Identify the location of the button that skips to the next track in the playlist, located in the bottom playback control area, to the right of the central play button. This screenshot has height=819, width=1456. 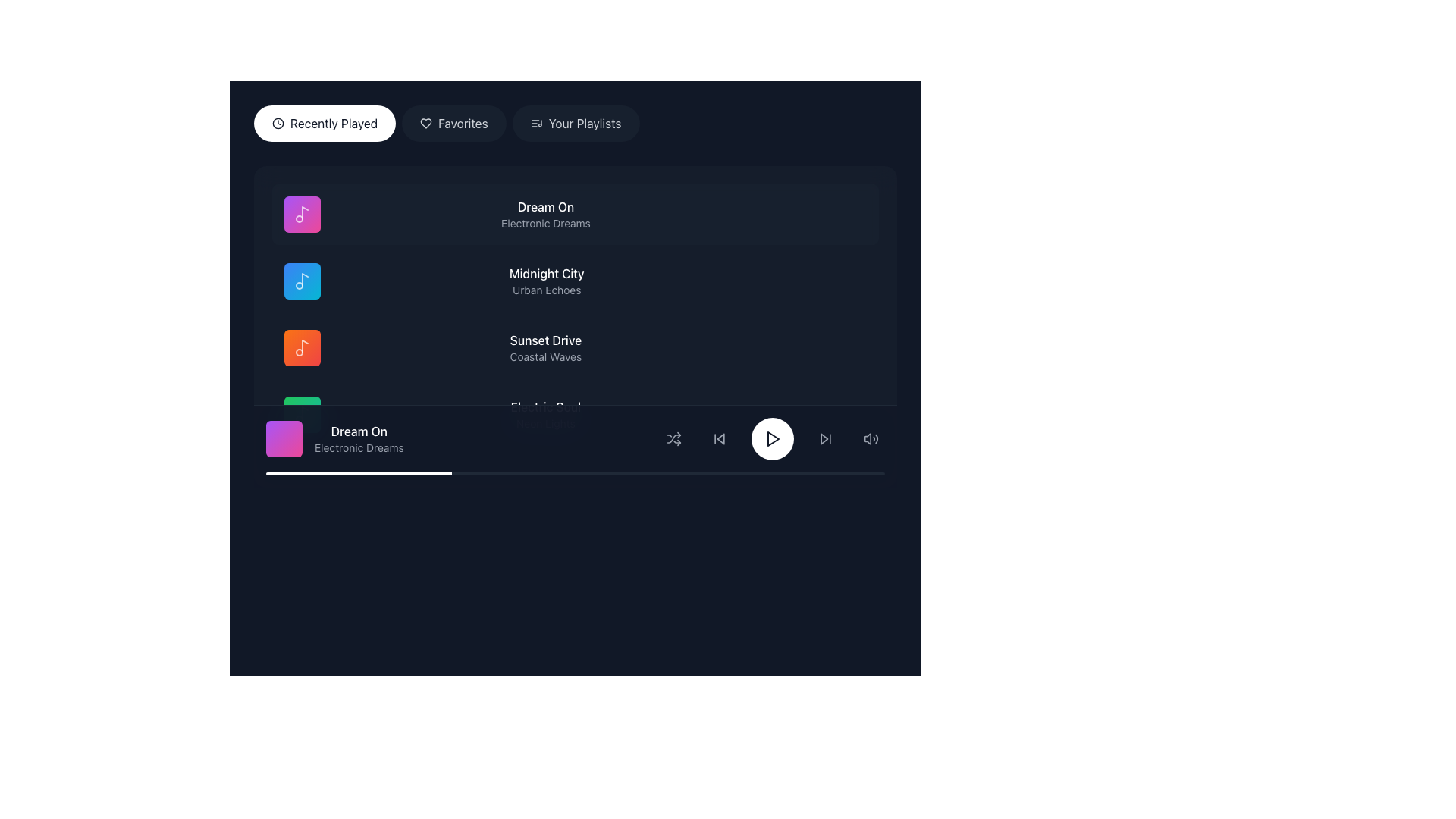
(825, 438).